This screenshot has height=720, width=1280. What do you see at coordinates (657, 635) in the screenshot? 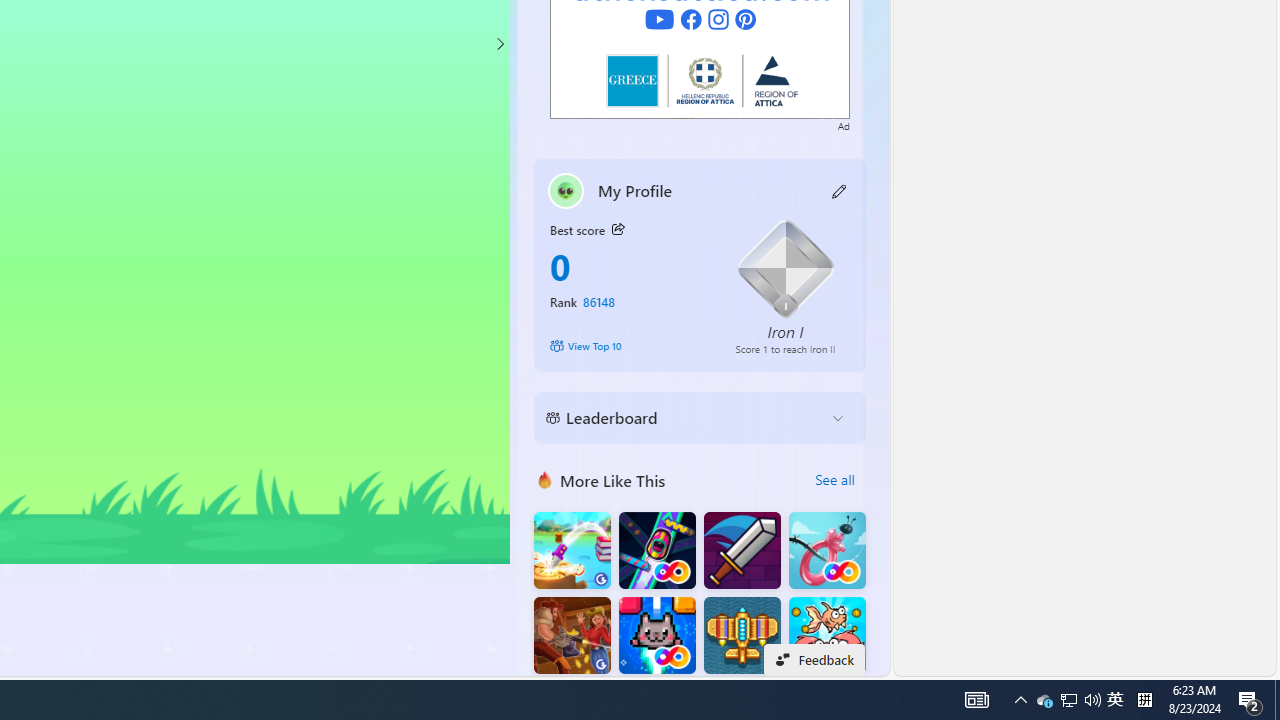
I see `'Kitten Force FRVR'` at bounding box center [657, 635].